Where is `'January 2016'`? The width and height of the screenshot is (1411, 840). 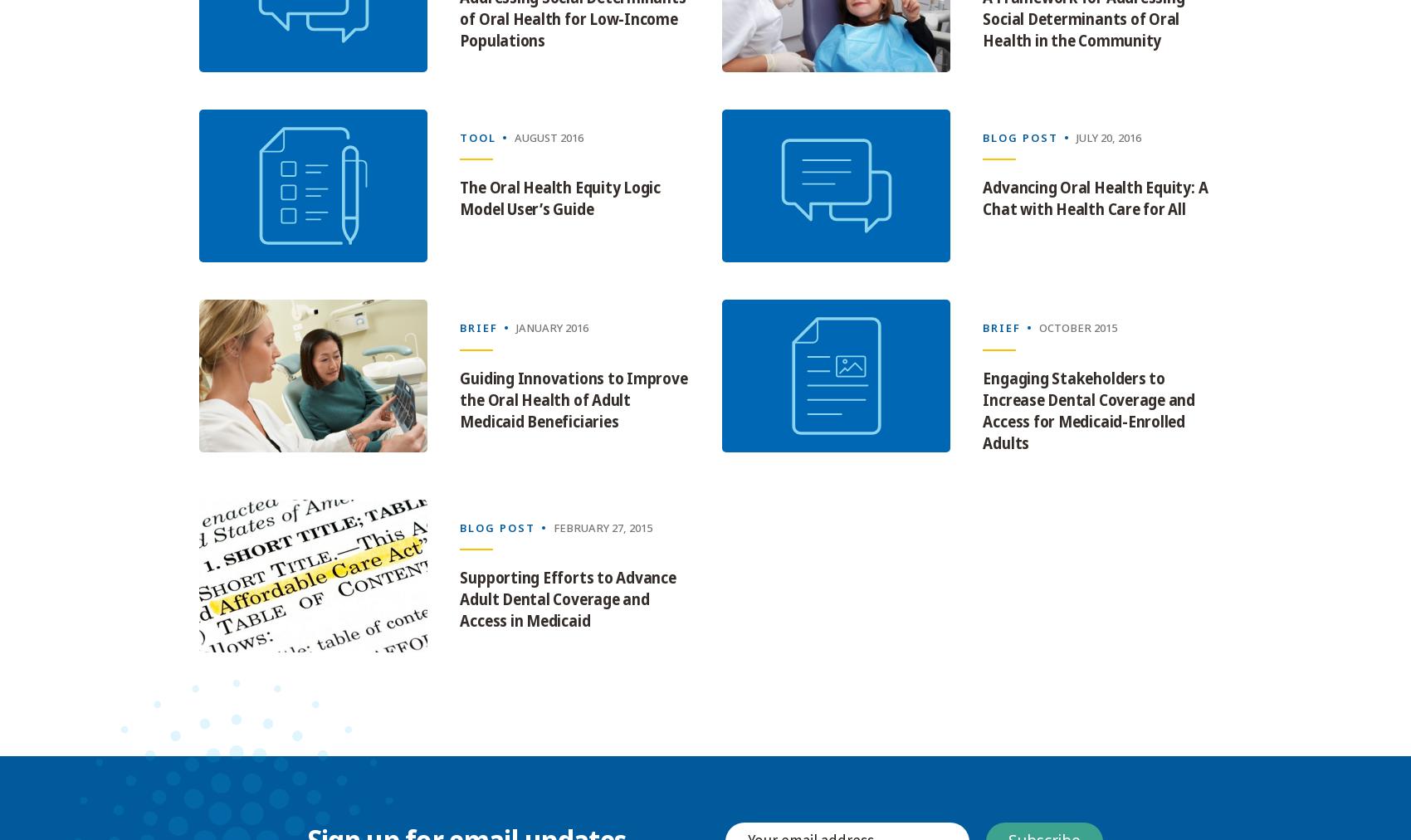
'January 2016' is located at coordinates (515, 327).